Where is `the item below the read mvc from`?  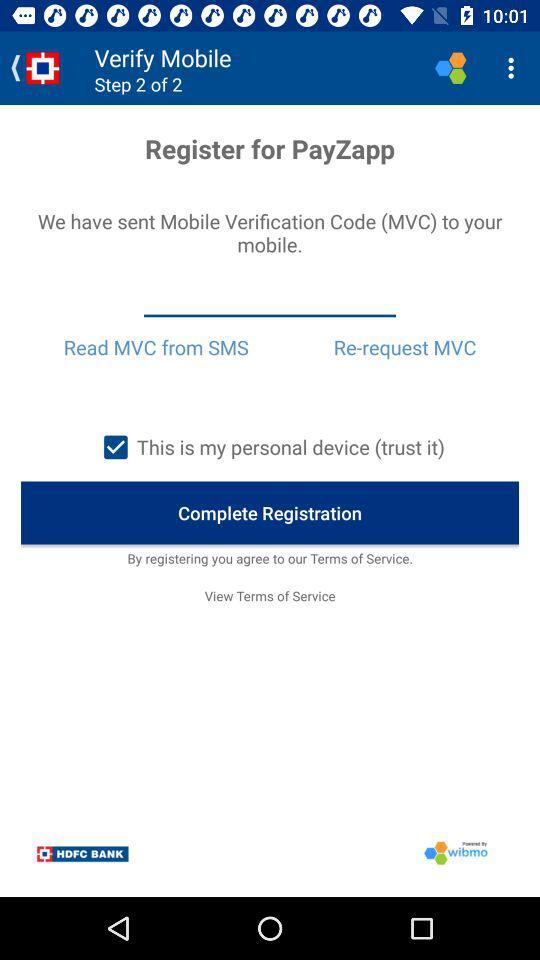
the item below the read mvc from is located at coordinates (269, 447).